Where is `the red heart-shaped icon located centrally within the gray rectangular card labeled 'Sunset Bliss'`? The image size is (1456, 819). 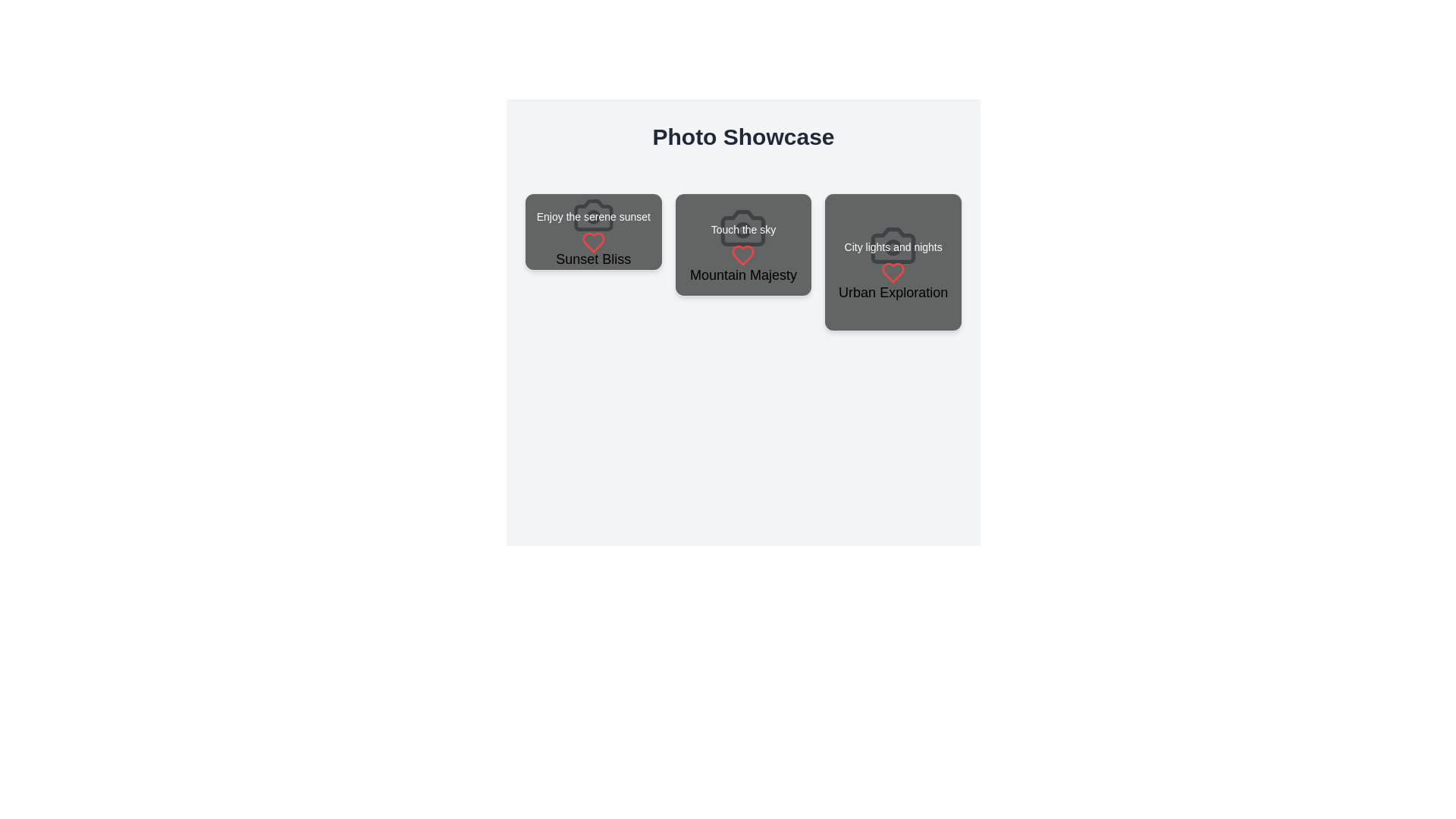 the red heart-shaped icon located centrally within the gray rectangular card labeled 'Sunset Bliss' is located at coordinates (592, 242).